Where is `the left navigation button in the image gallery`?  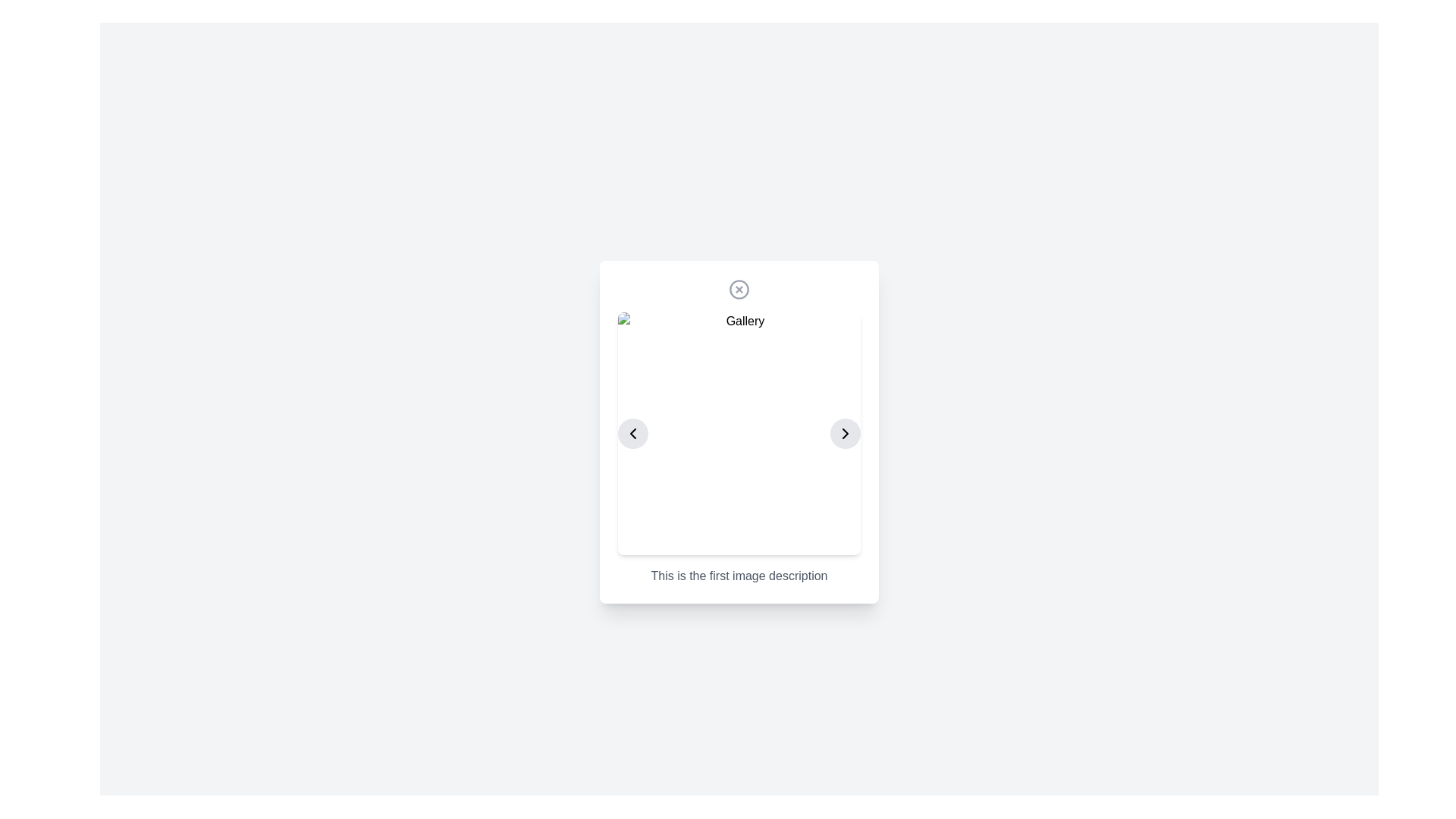
the left navigation button in the image gallery is located at coordinates (633, 433).